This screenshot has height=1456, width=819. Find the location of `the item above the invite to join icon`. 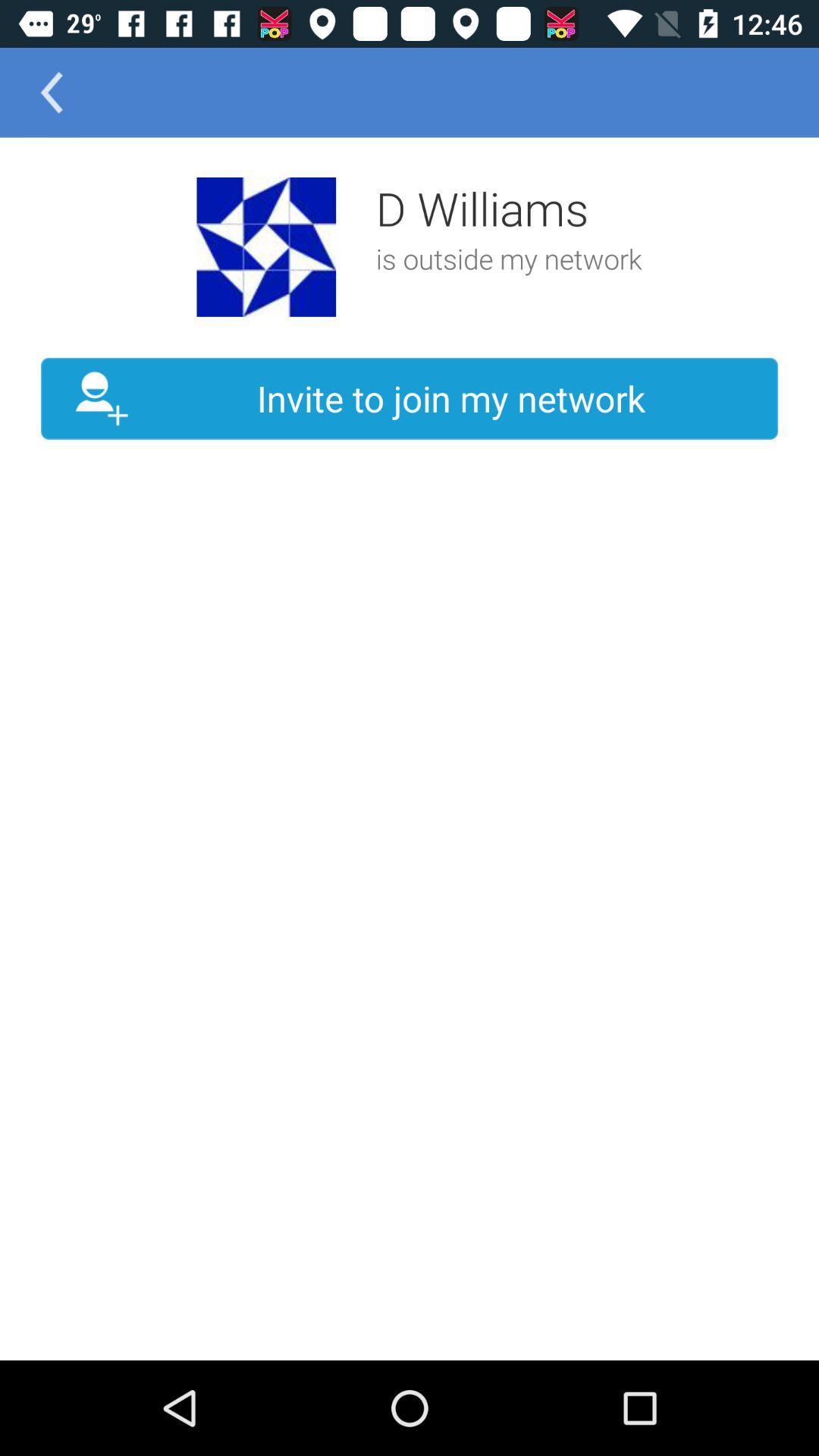

the item above the invite to join icon is located at coordinates (51, 92).